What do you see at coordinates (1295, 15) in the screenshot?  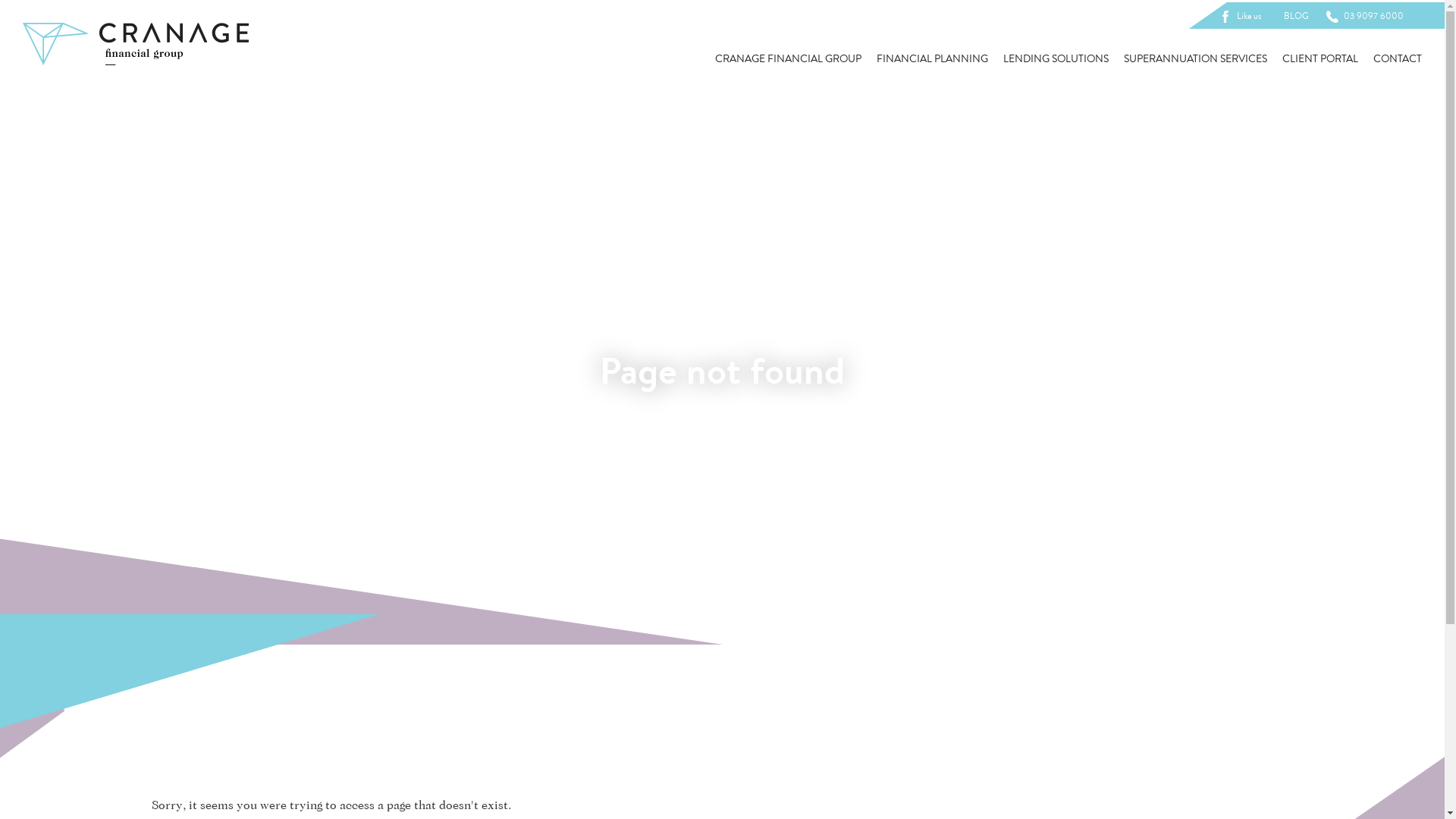 I see `'BLOG'` at bounding box center [1295, 15].